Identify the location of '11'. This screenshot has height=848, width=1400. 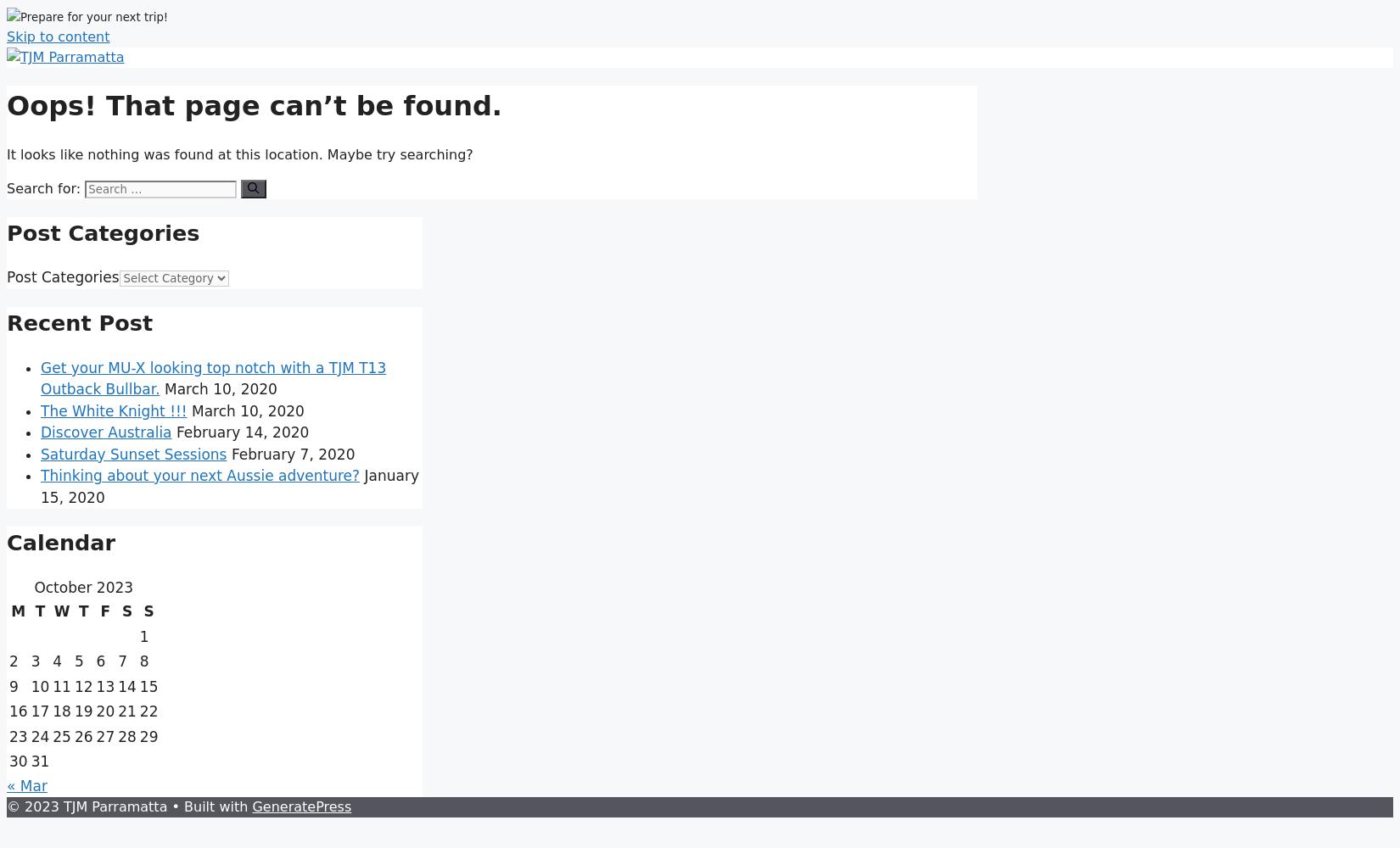
(61, 686).